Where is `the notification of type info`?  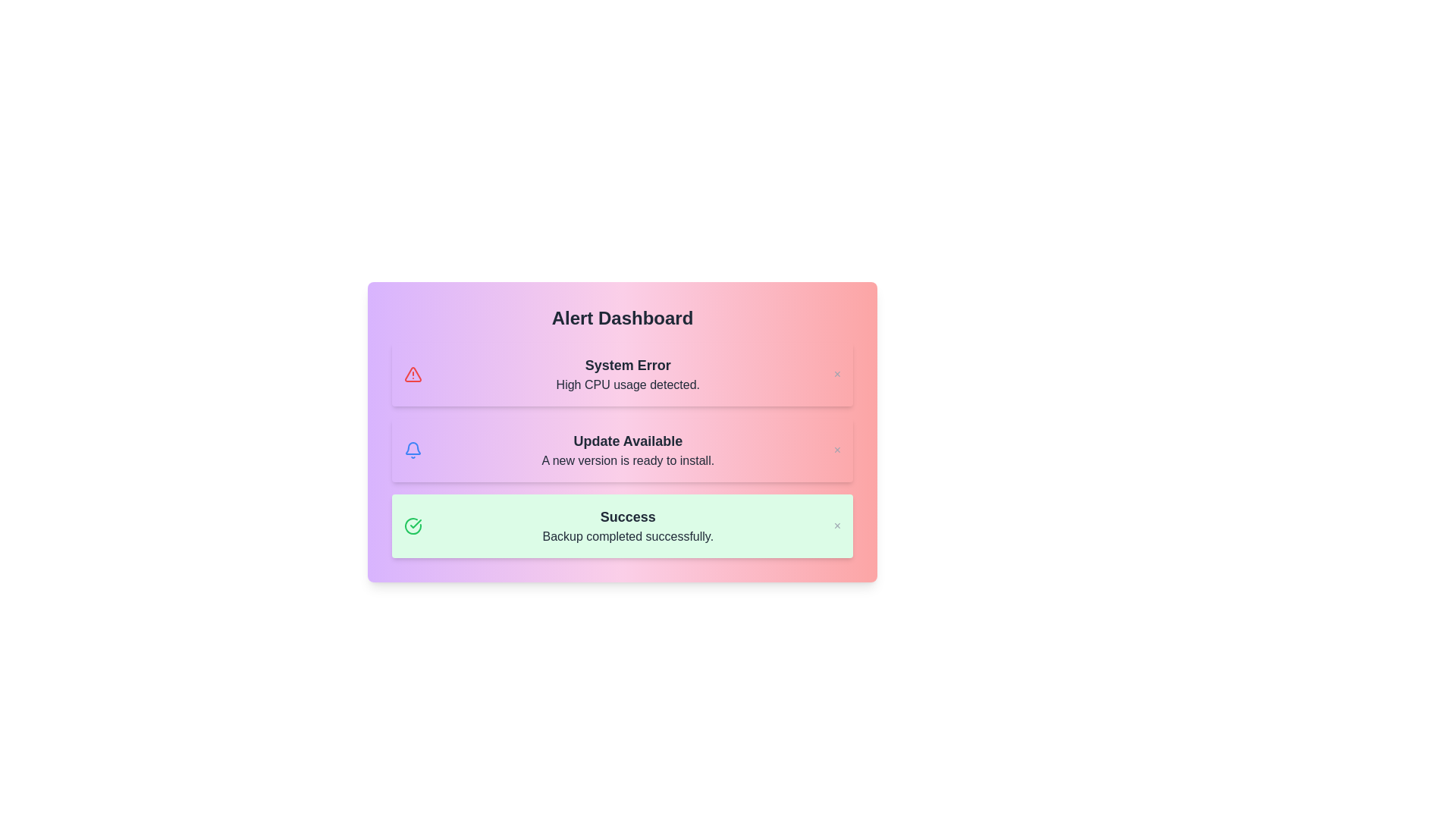 the notification of type info is located at coordinates (622, 450).